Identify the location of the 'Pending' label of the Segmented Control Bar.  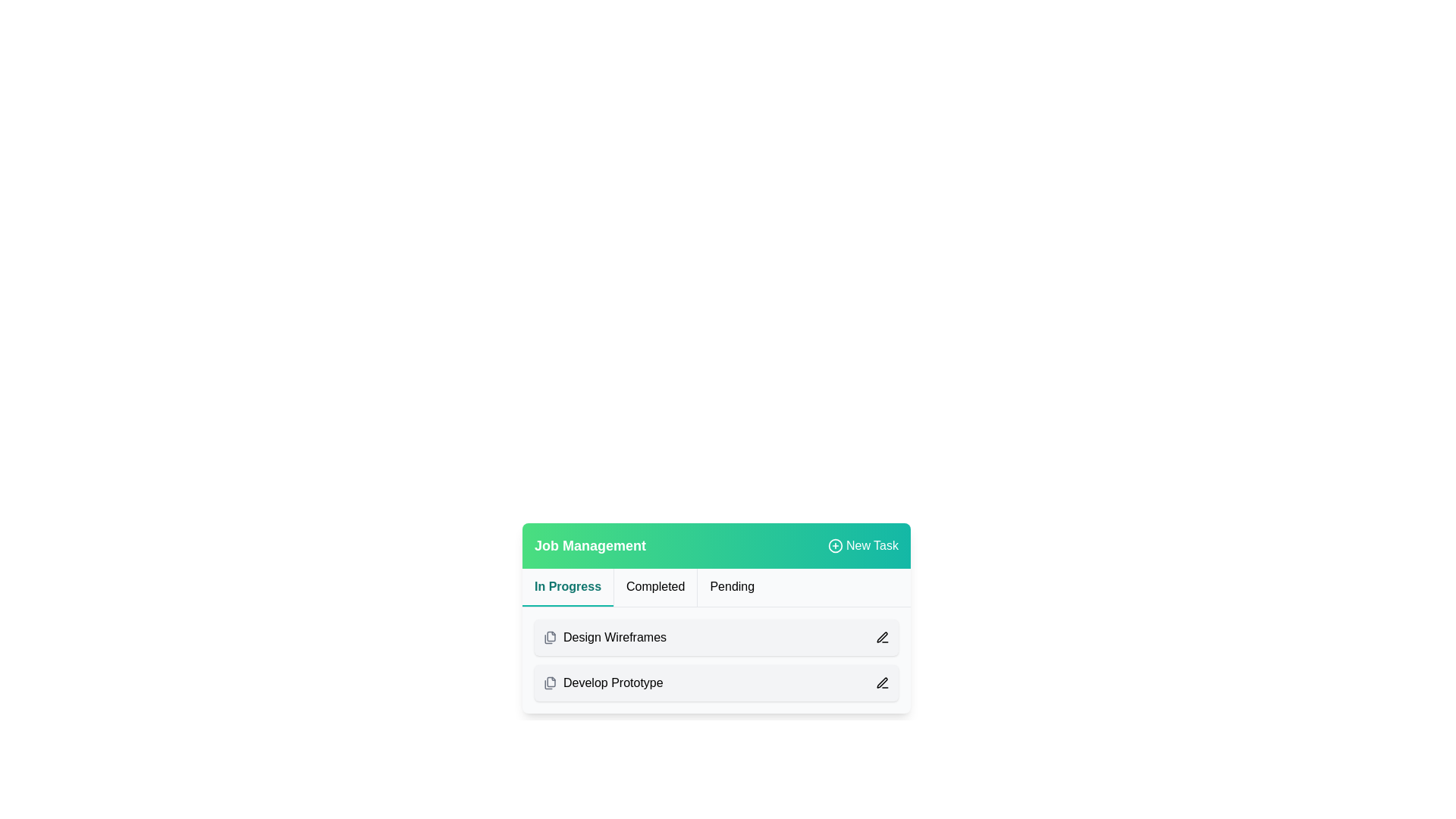
(716, 587).